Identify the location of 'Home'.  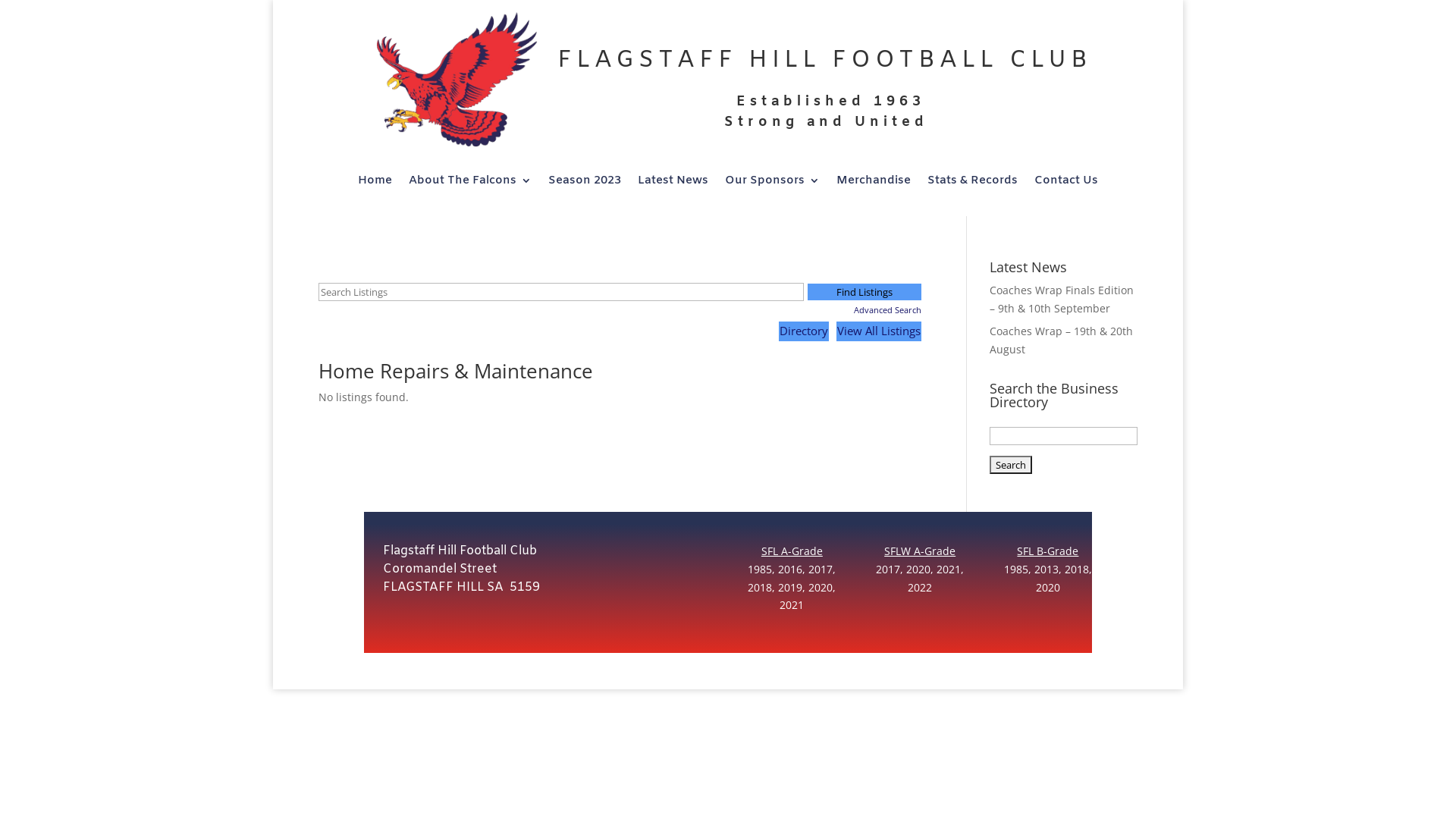
(375, 183).